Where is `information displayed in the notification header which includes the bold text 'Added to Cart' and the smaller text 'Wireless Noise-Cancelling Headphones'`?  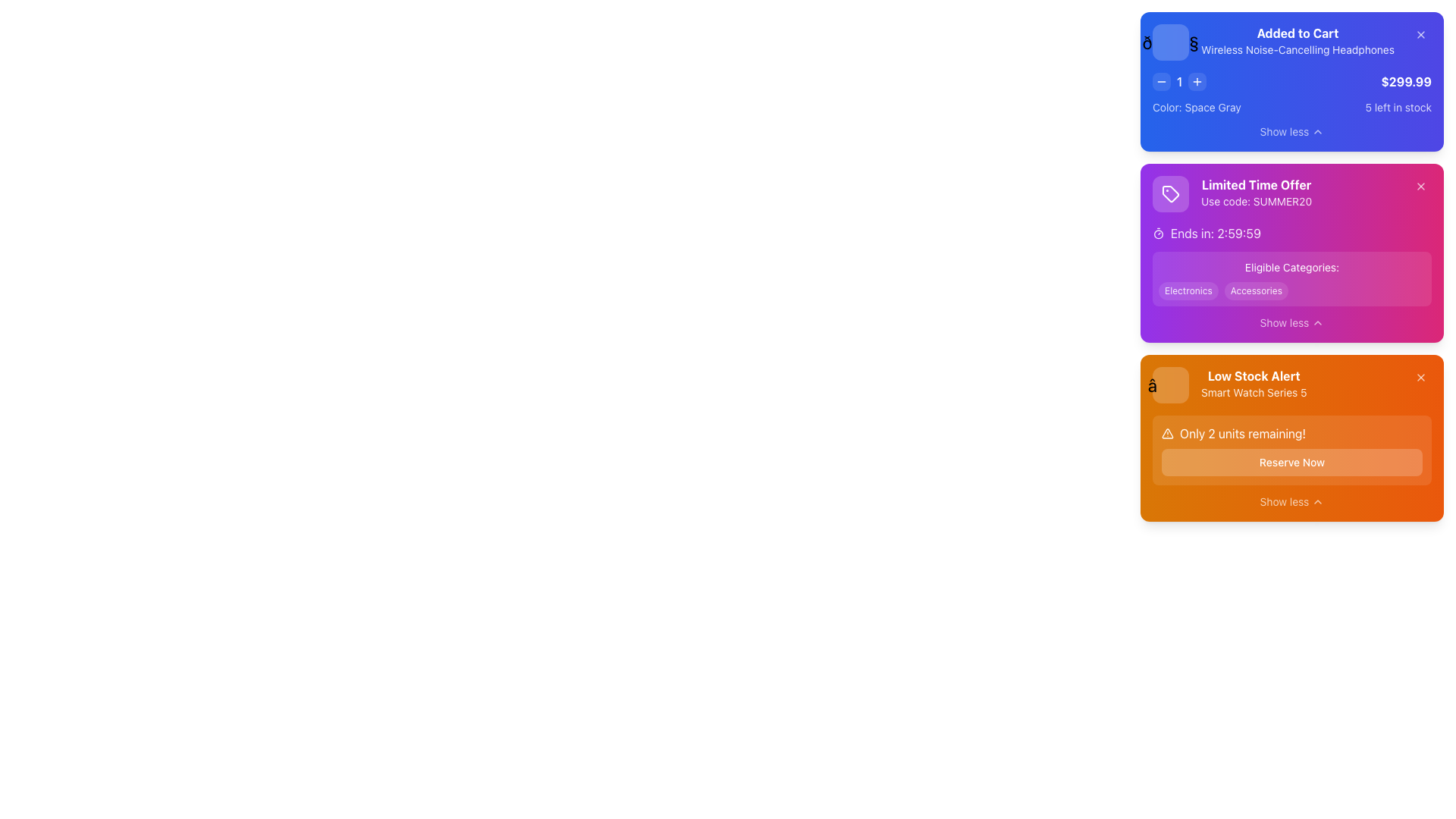 information displayed in the notification header which includes the bold text 'Added to Cart' and the smaller text 'Wireless Noise-Cancelling Headphones' is located at coordinates (1291, 42).